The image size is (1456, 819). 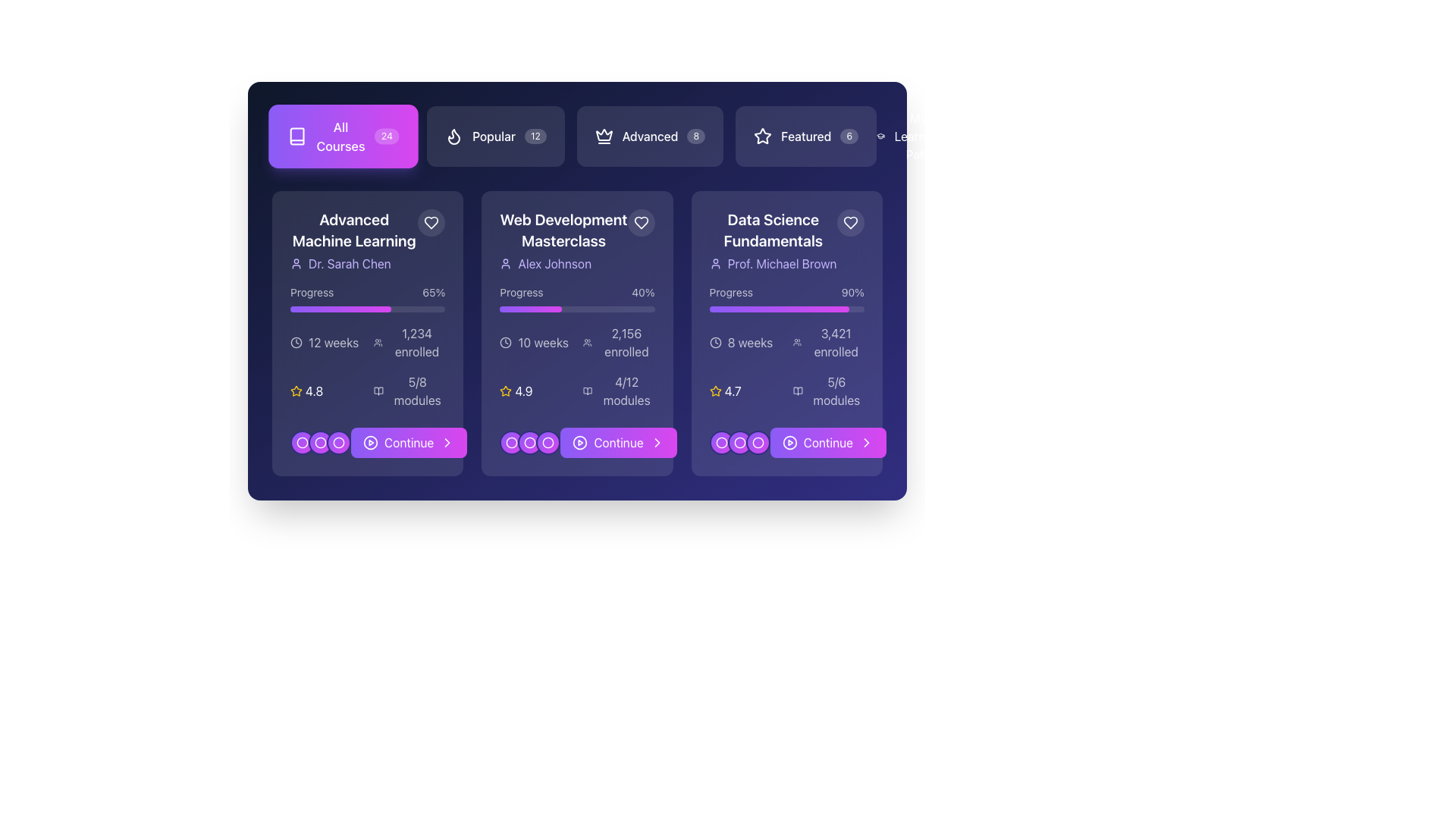 I want to click on the arrow icon located at the far right of the 'Continue' button at the bottom center of the course card, so click(x=447, y=442).